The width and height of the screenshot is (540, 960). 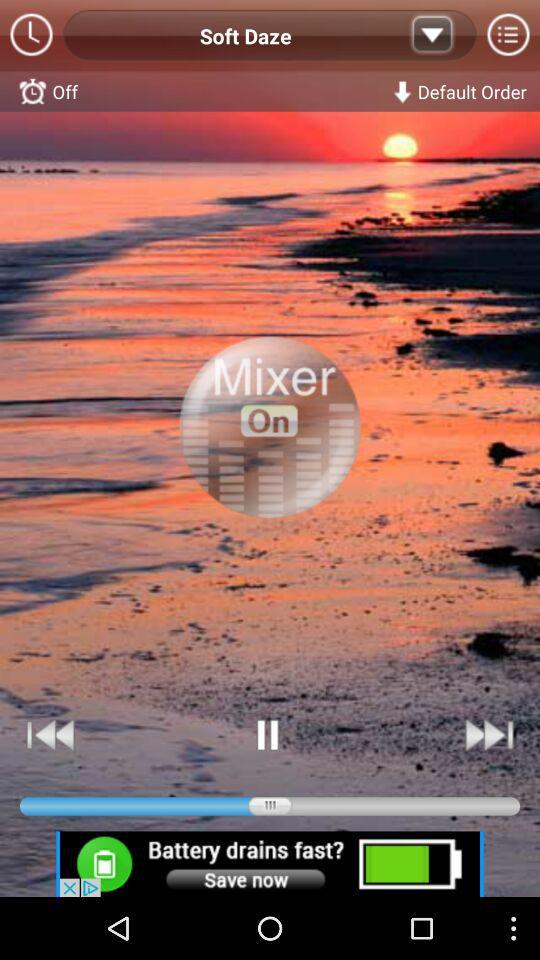 What do you see at coordinates (51, 734) in the screenshot?
I see `rewind` at bounding box center [51, 734].